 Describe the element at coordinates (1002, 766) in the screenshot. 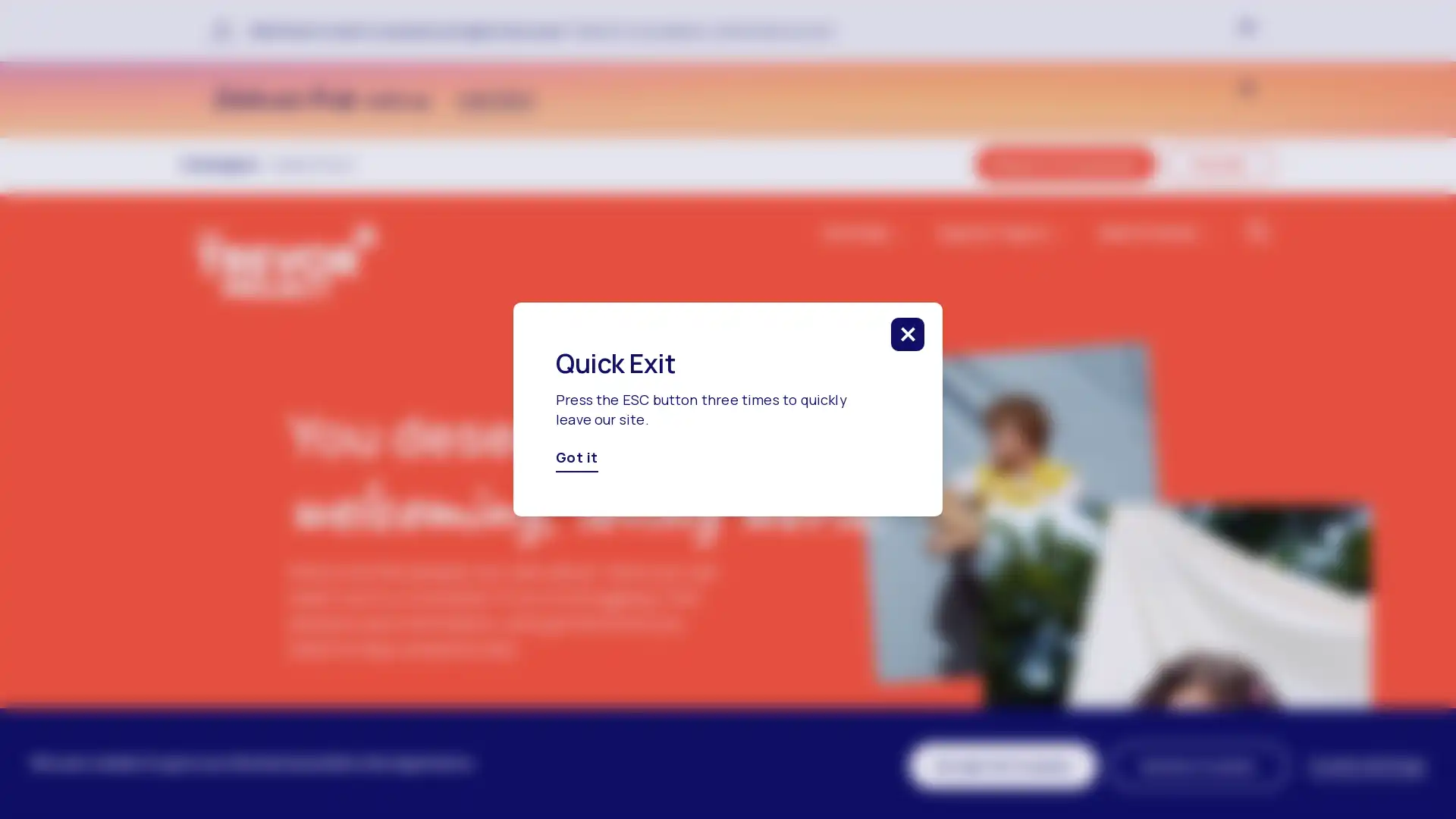

I see `Accept All Cookies` at that location.